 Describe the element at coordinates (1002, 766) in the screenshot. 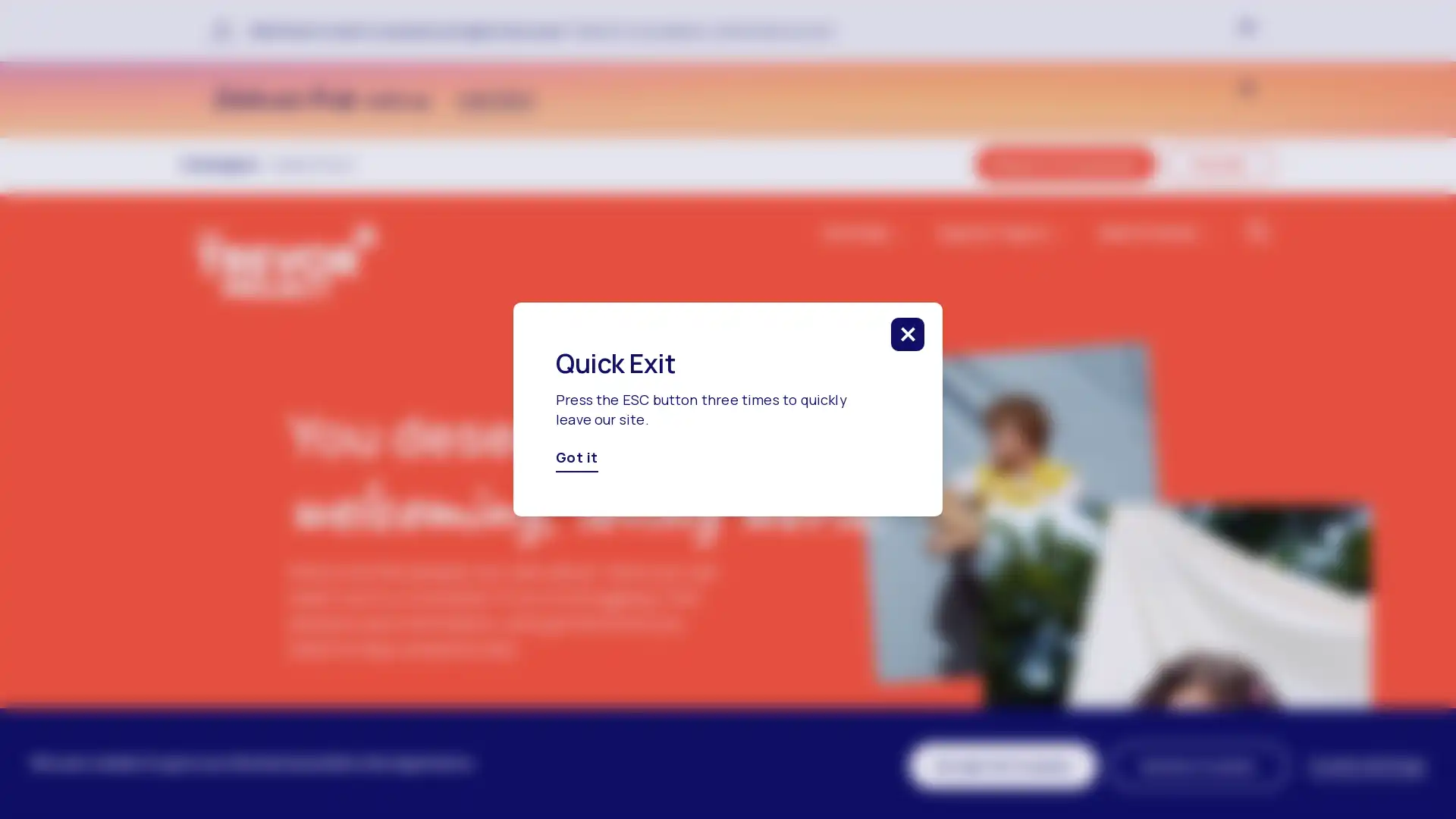

I see `Accept All Cookies` at that location.